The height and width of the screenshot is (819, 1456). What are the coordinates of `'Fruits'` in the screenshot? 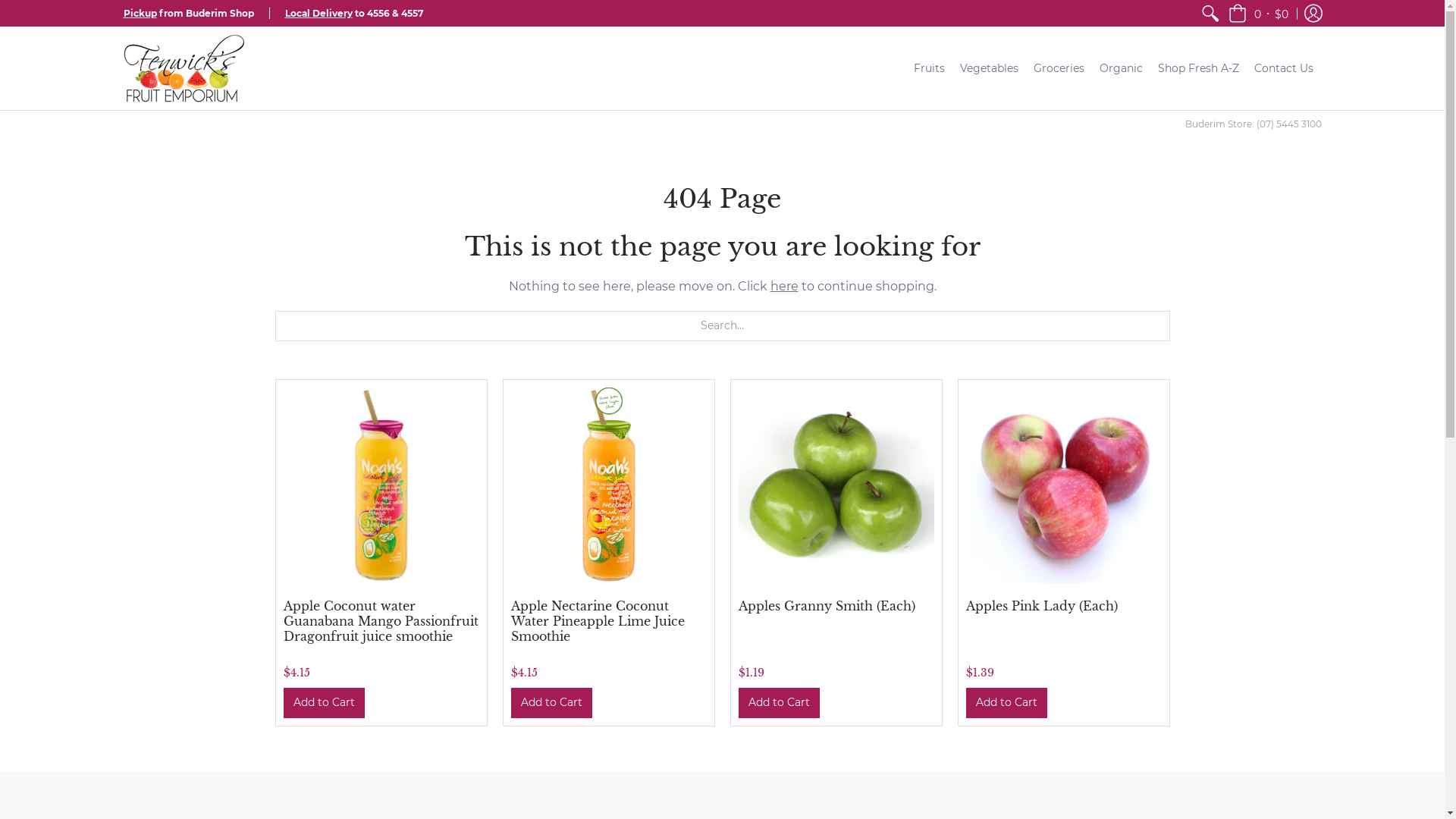 It's located at (928, 67).